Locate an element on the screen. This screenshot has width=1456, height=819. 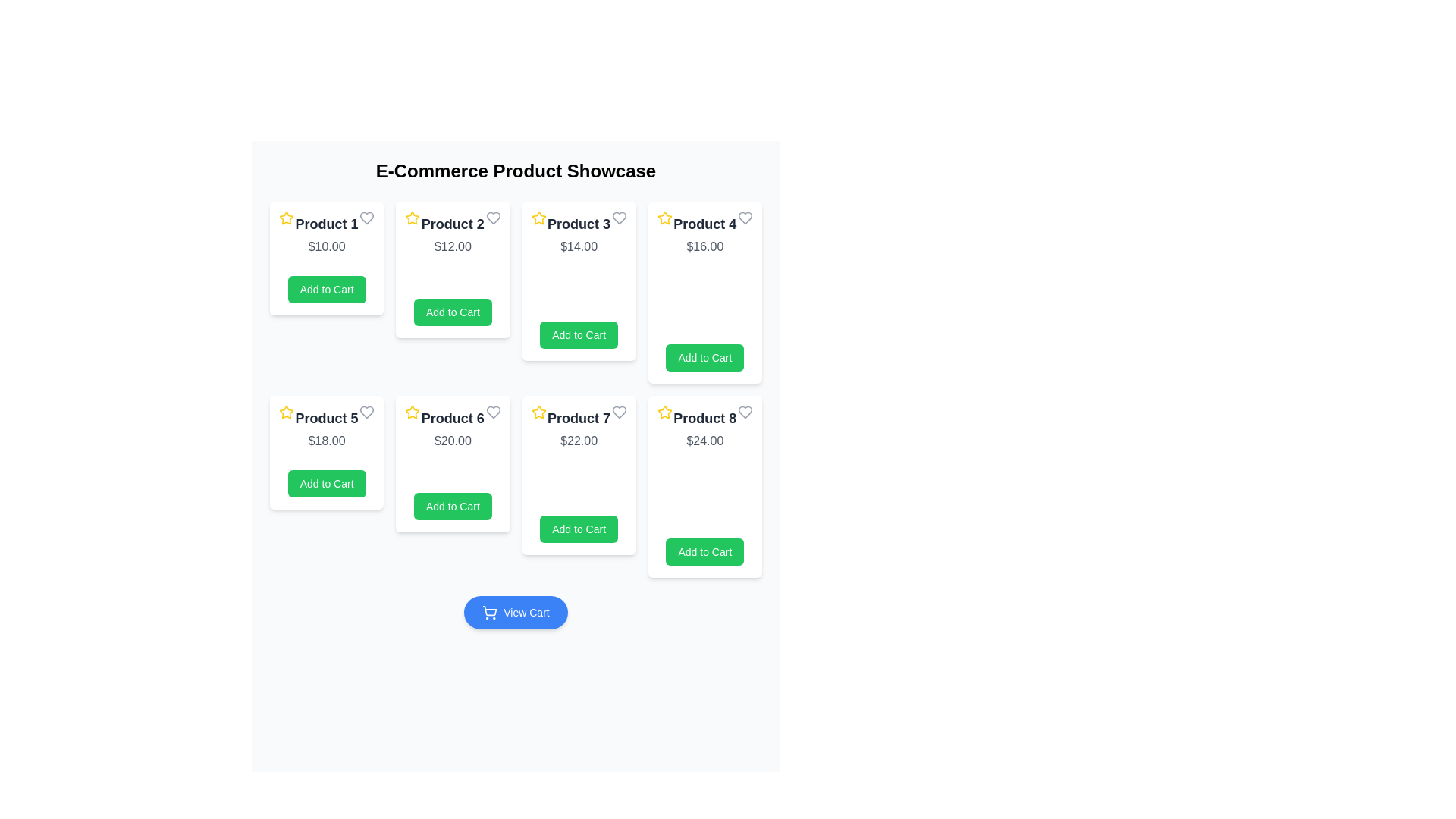
the 'Add to Cart' button located below the price of 'Product 5' is located at coordinates (326, 483).